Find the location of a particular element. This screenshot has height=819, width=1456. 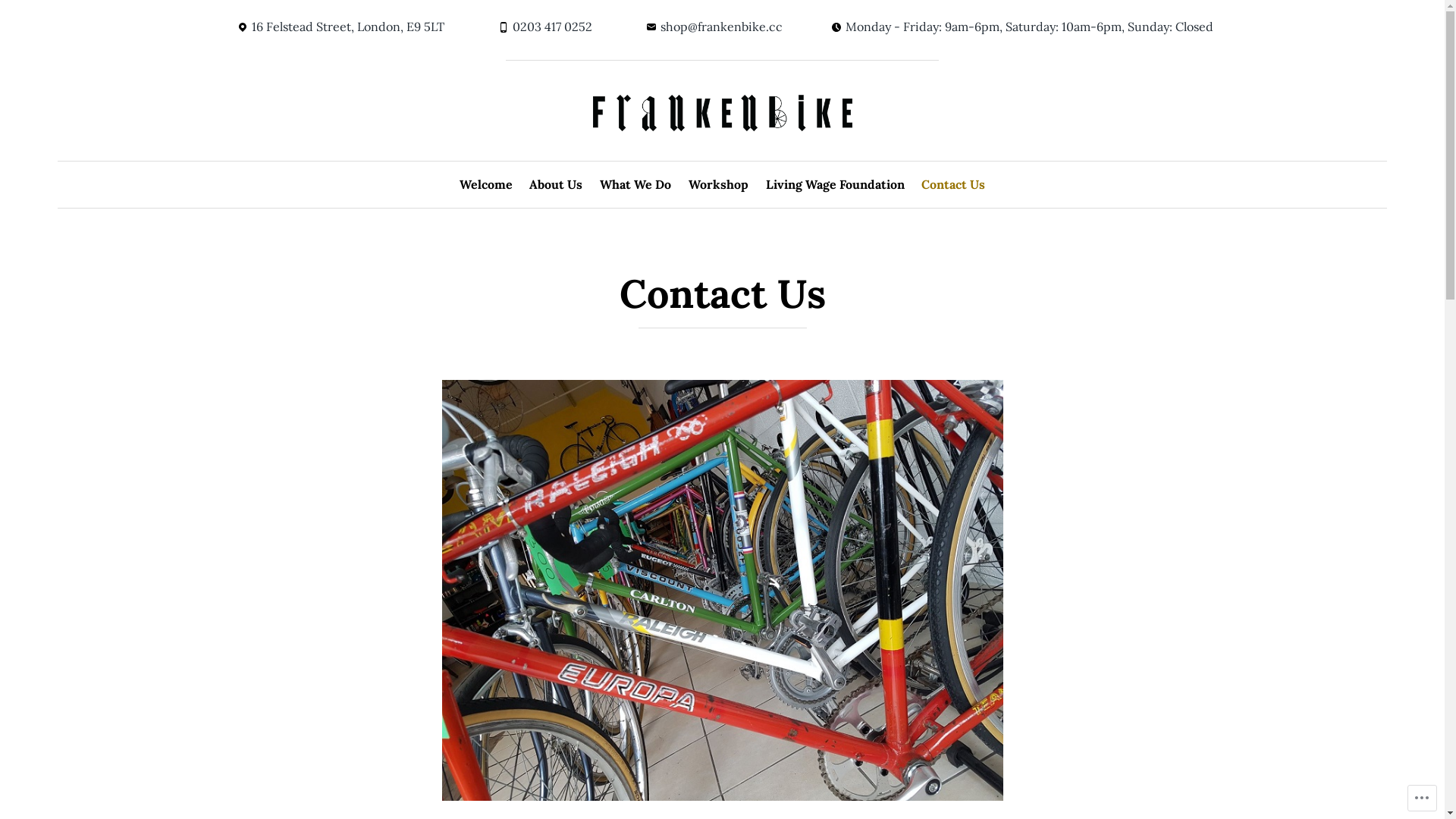

'About Us' is located at coordinates (555, 184).